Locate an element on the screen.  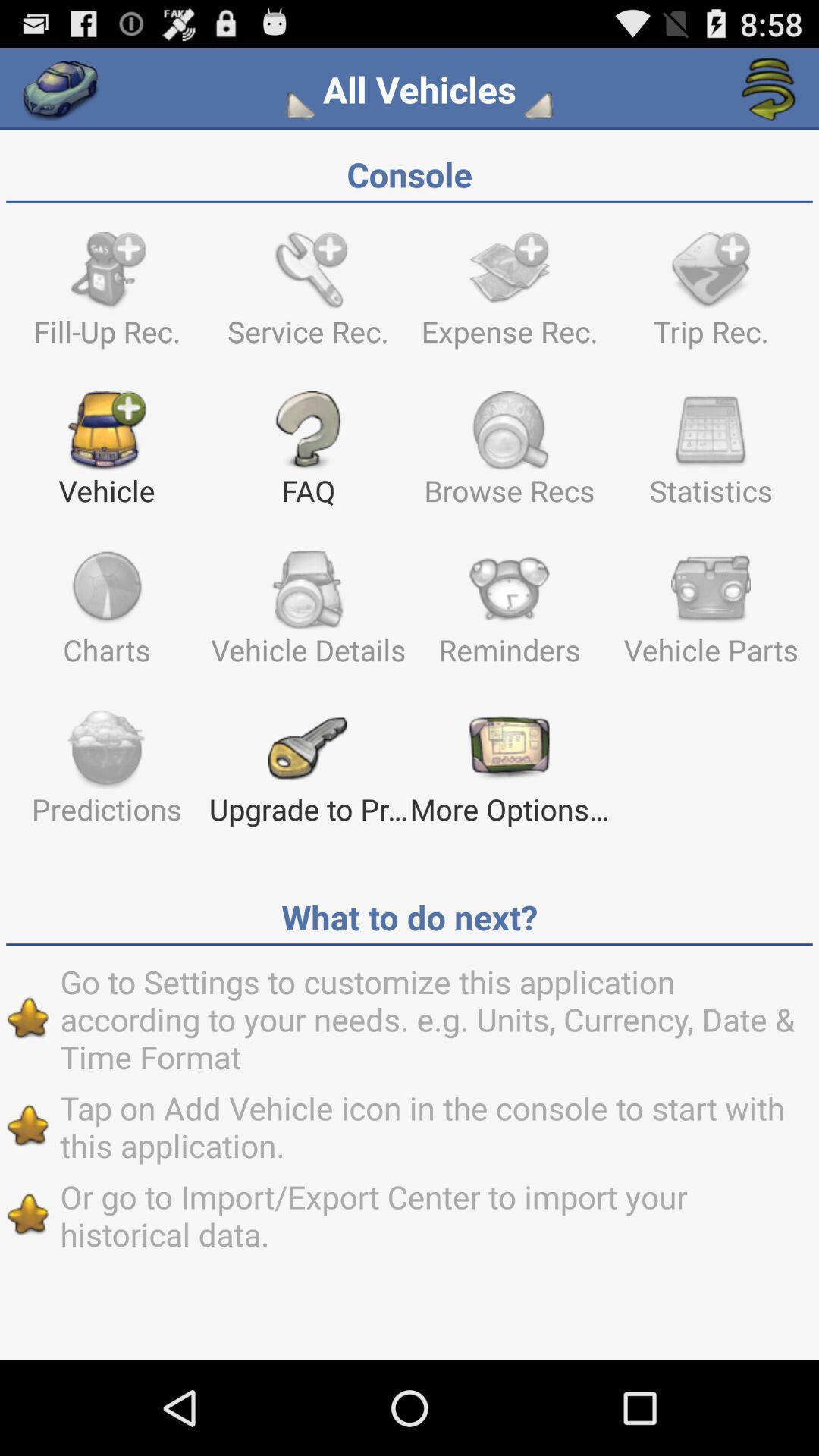
the text which says upgrade to pr is located at coordinates (307, 774).